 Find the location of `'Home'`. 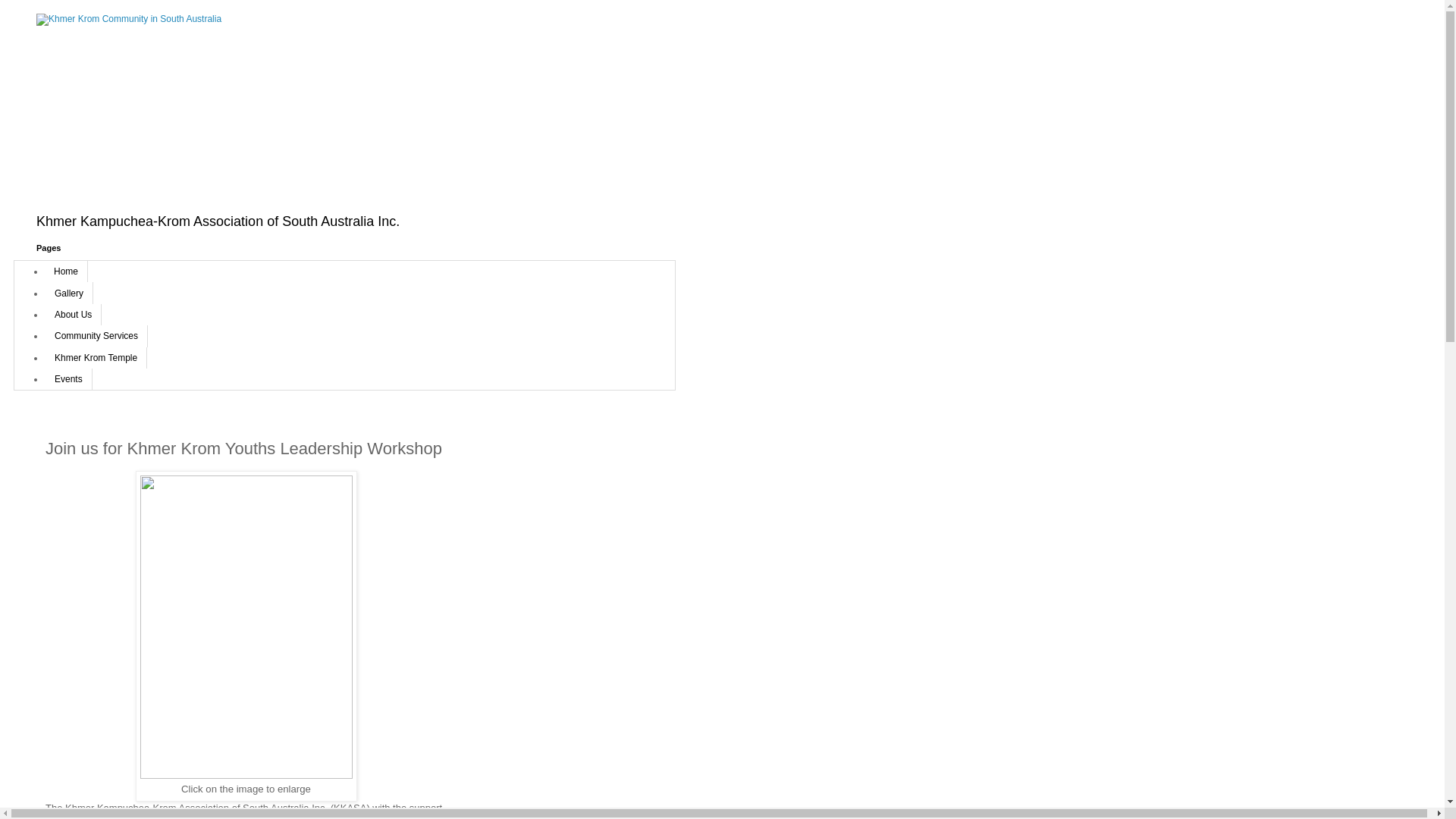

'Home' is located at coordinates (65, 271).